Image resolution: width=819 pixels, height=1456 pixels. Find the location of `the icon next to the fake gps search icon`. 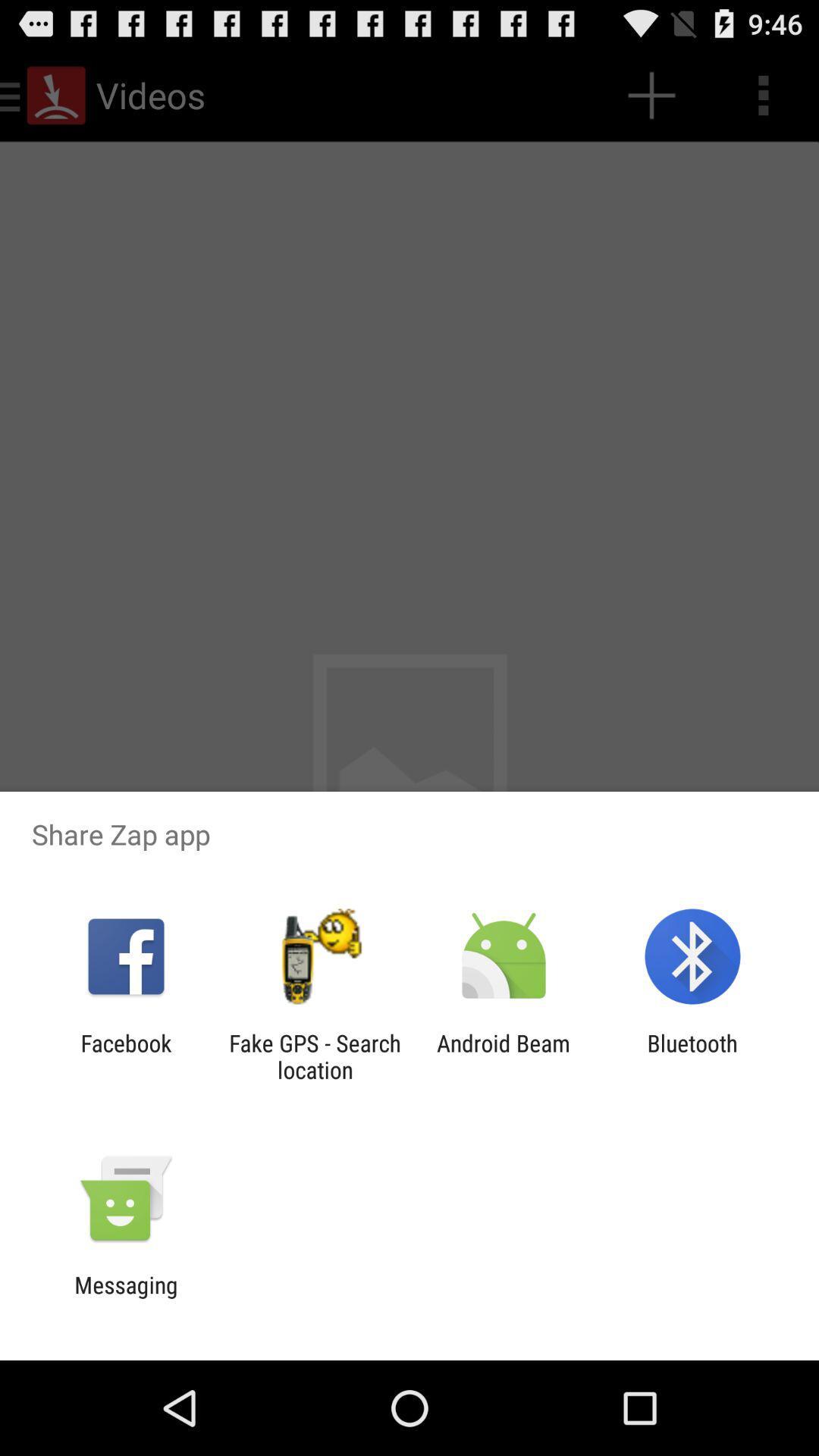

the icon next to the fake gps search icon is located at coordinates (504, 1056).